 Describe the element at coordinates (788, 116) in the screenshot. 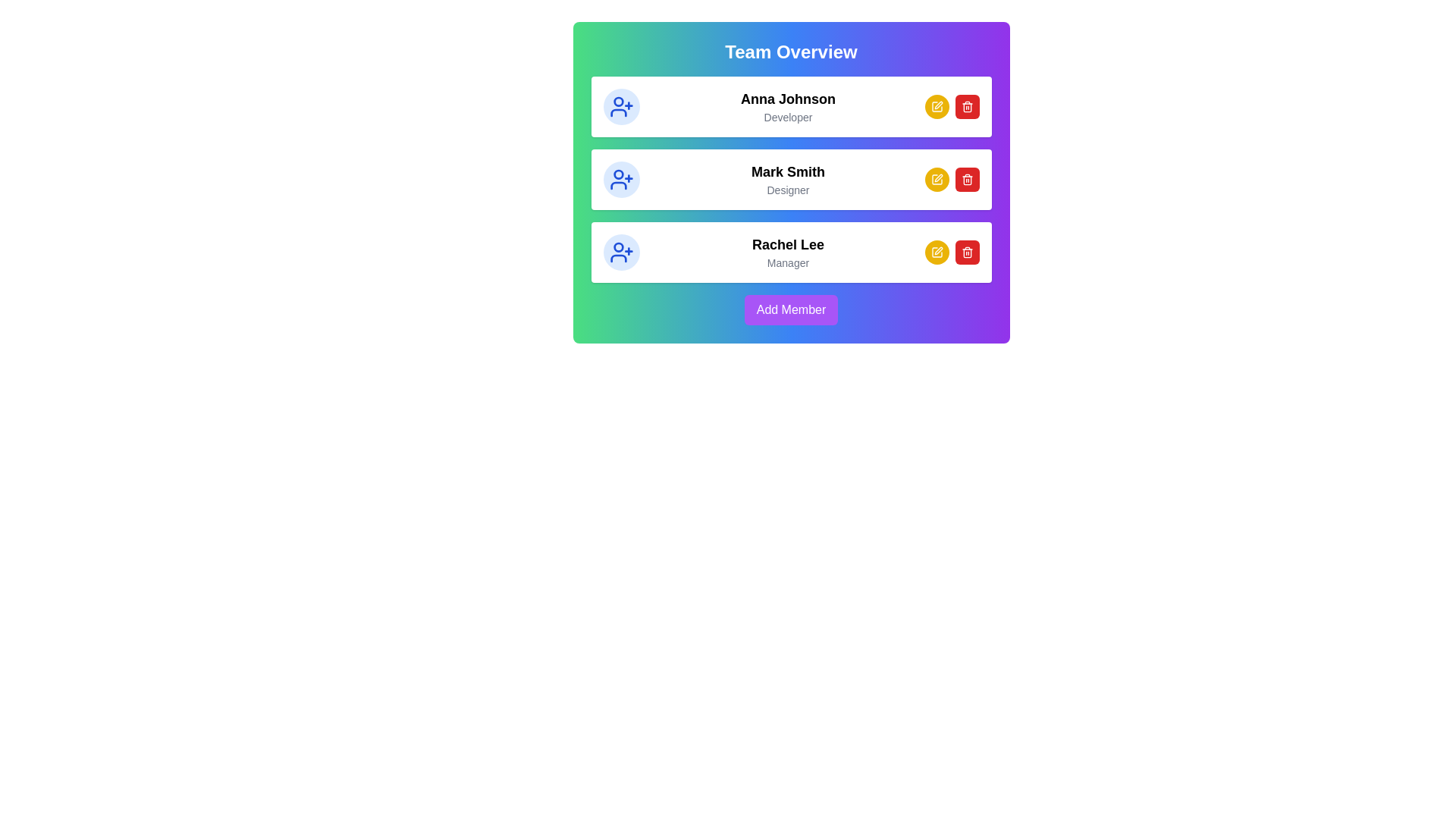

I see `the text label displaying 'Developer' located below 'Anna Johnson' in the first user card of the 'Team Overview' section` at that location.